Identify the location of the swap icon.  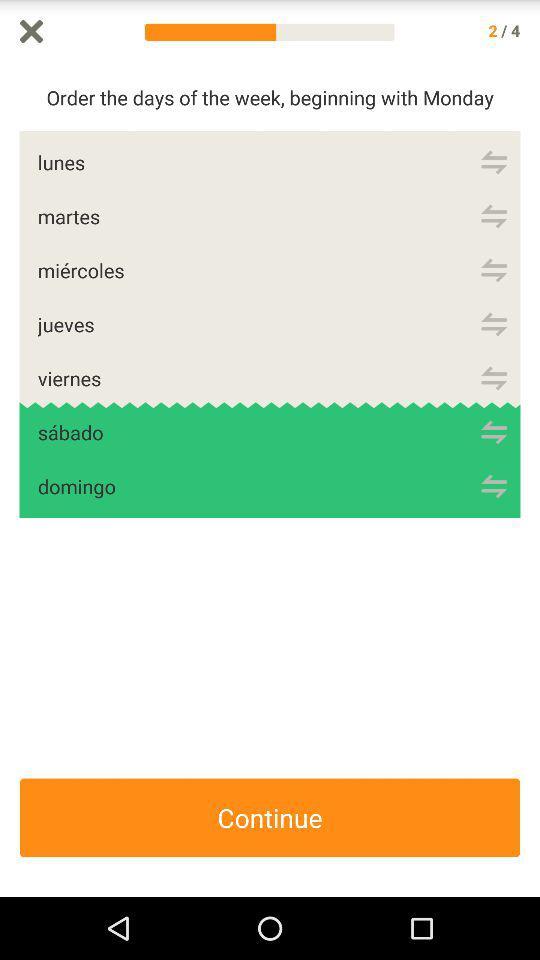
(493, 347).